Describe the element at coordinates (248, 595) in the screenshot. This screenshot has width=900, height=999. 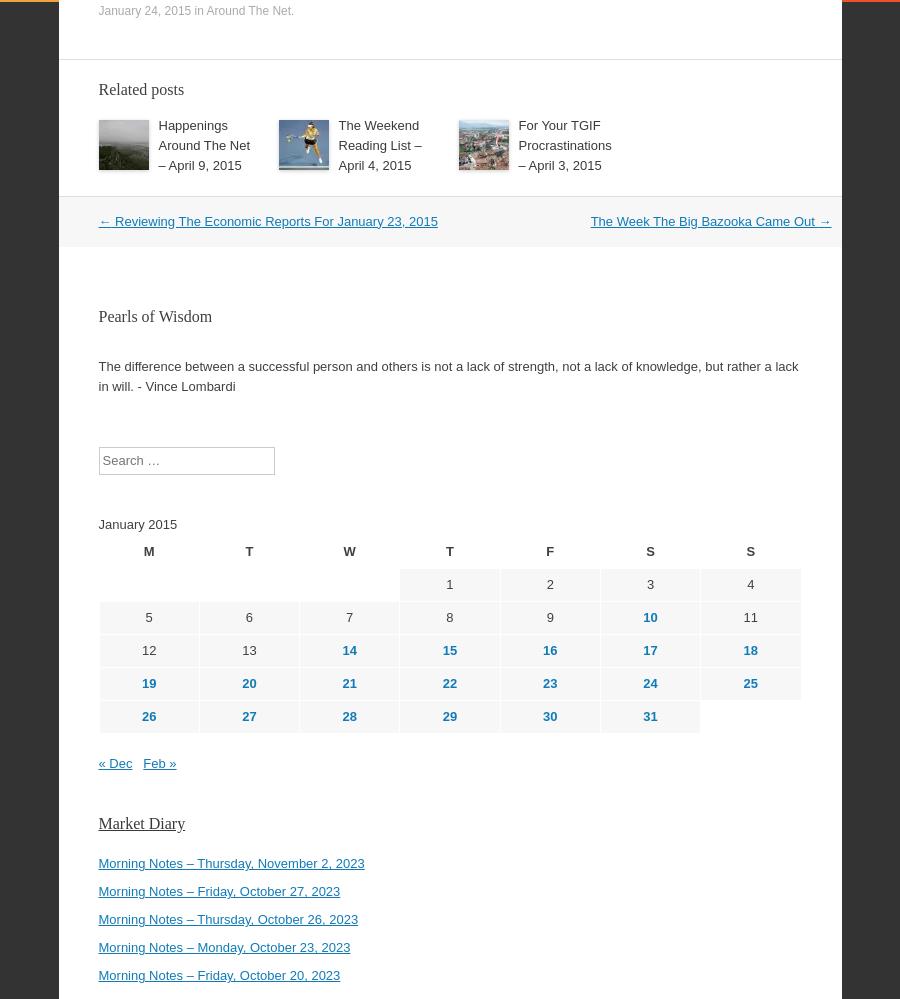
I see `'13'` at that location.